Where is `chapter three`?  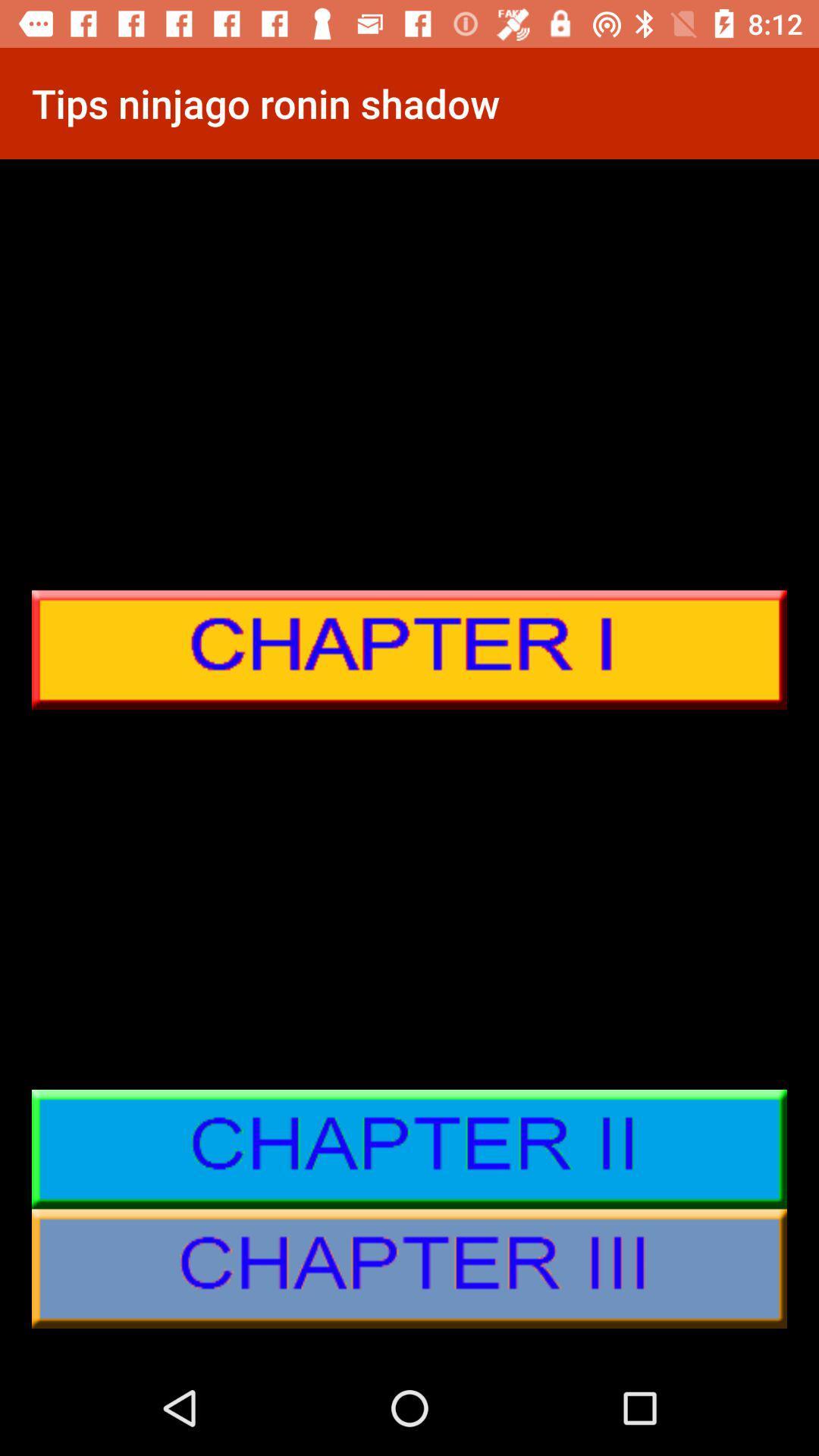 chapter three is located at coordinates (409, 1269).